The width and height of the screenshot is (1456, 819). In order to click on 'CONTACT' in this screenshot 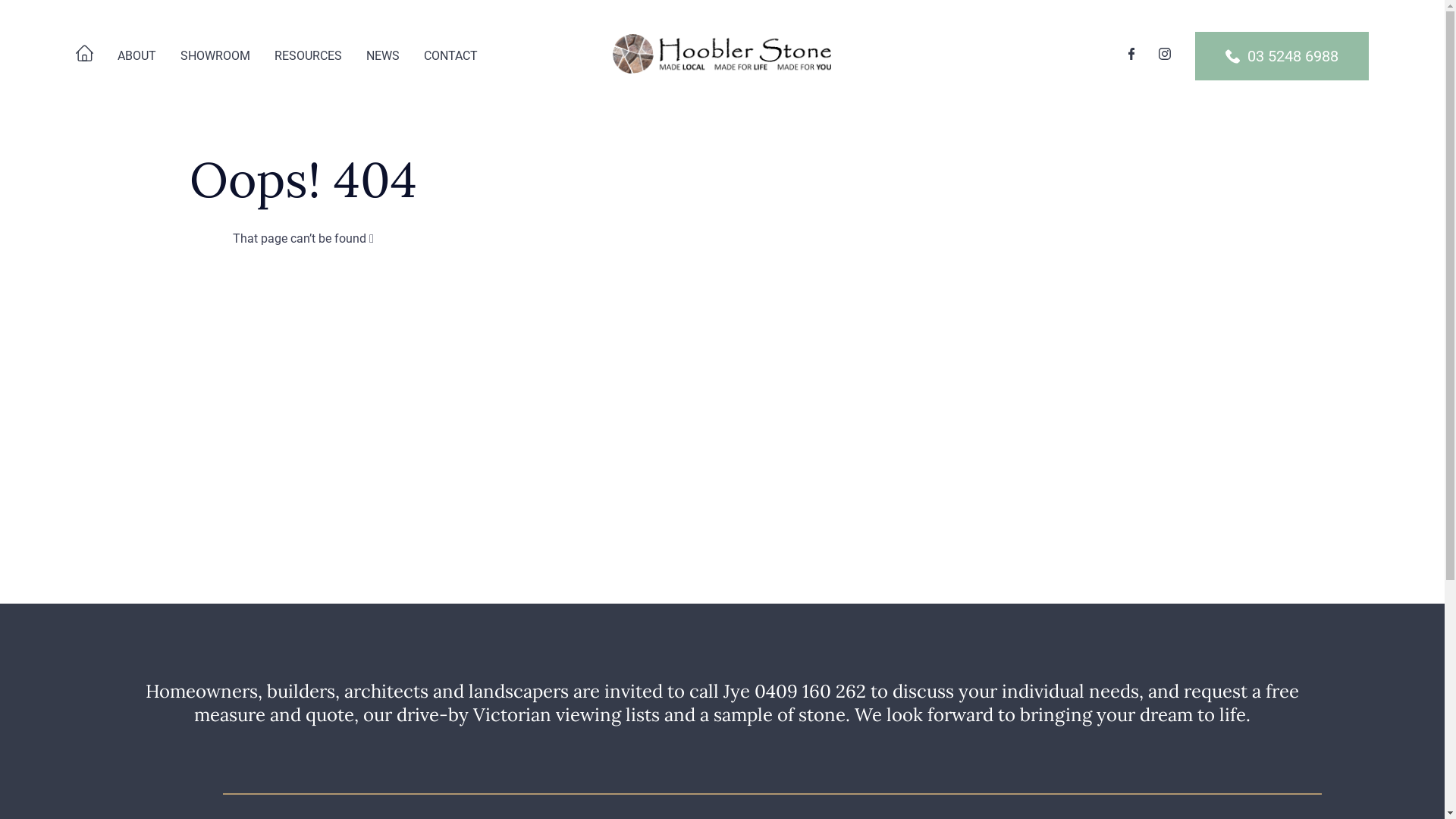, I will do `click(450, 55)`.